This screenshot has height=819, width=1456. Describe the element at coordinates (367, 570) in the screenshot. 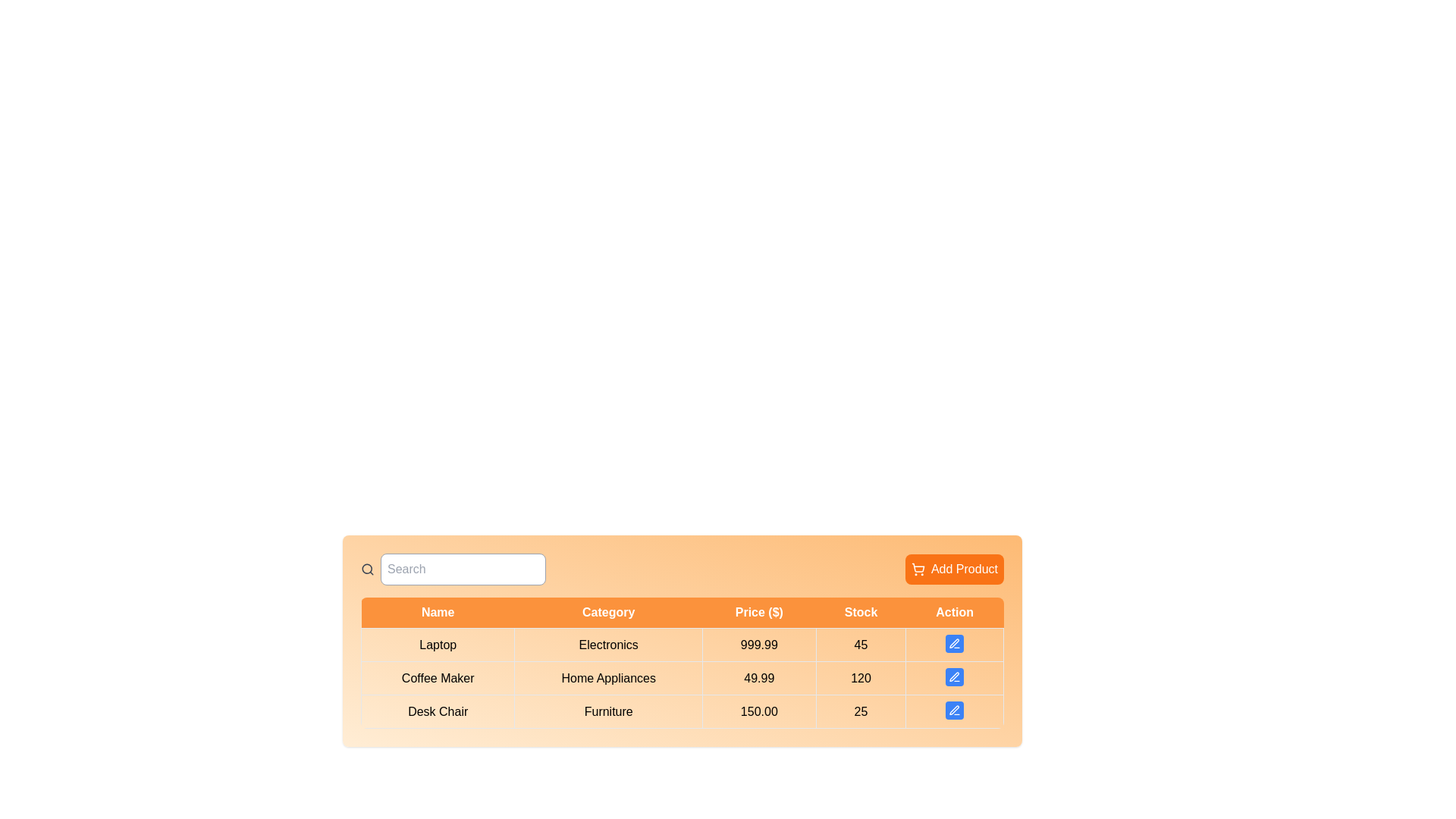

I see `the search icon located to the left of the 'Search' text input field, which visually represents search functionality and is positioned at the top left corner of the orange segment` at that location.